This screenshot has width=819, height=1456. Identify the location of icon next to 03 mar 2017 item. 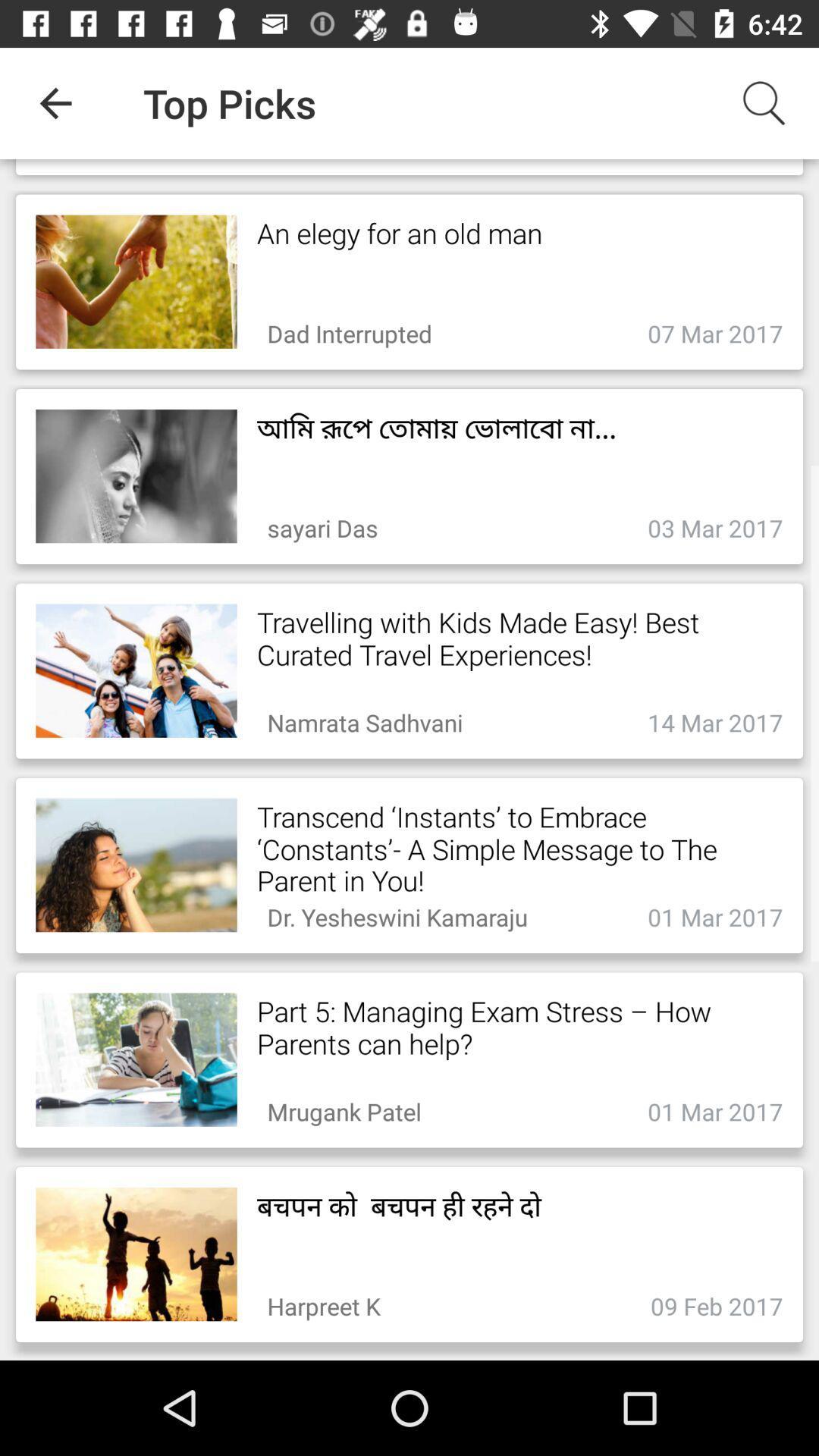
(322, 524).